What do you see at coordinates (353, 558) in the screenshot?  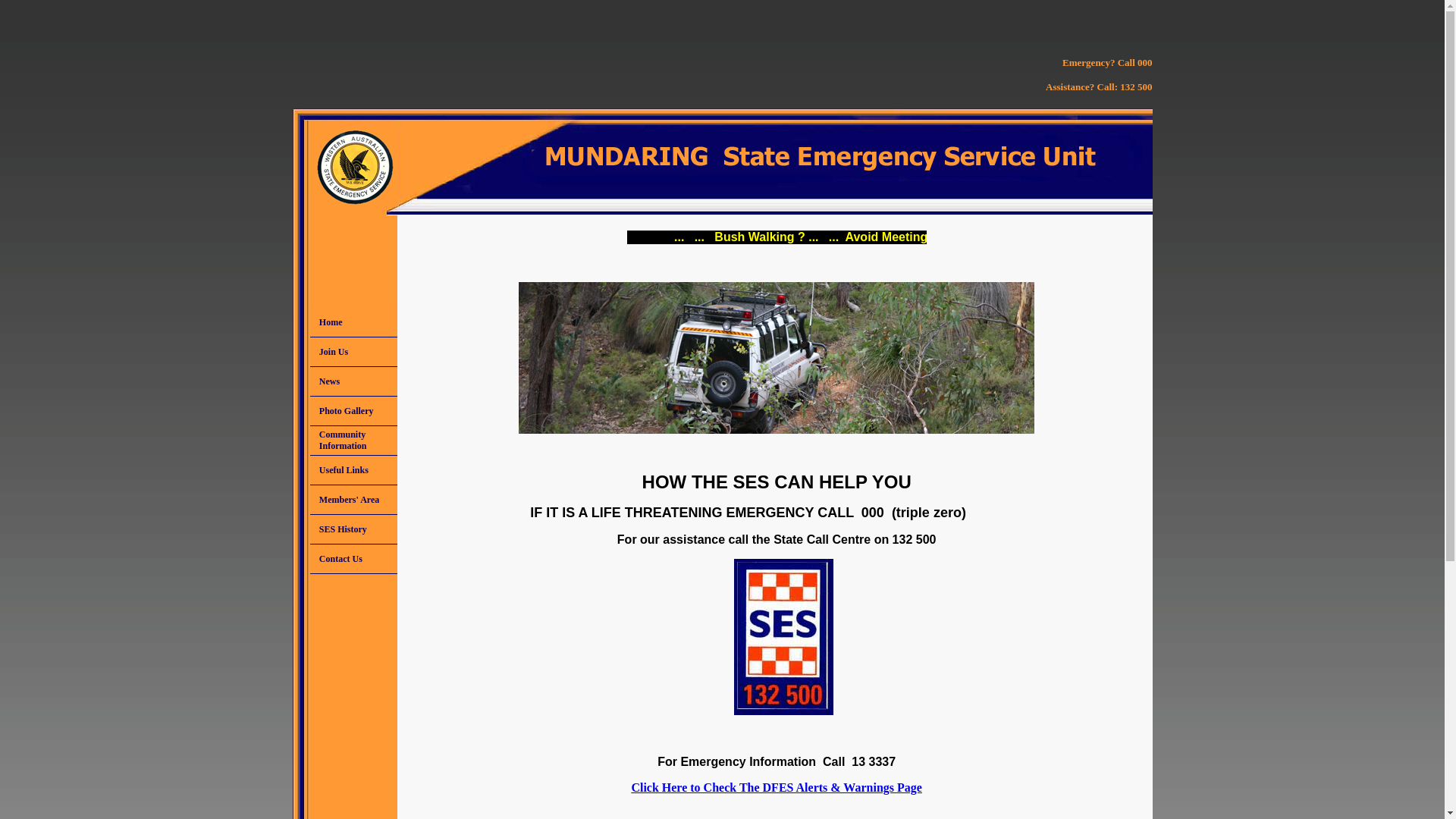 I see `'Contact Us'` at bounding box center [353, 558].